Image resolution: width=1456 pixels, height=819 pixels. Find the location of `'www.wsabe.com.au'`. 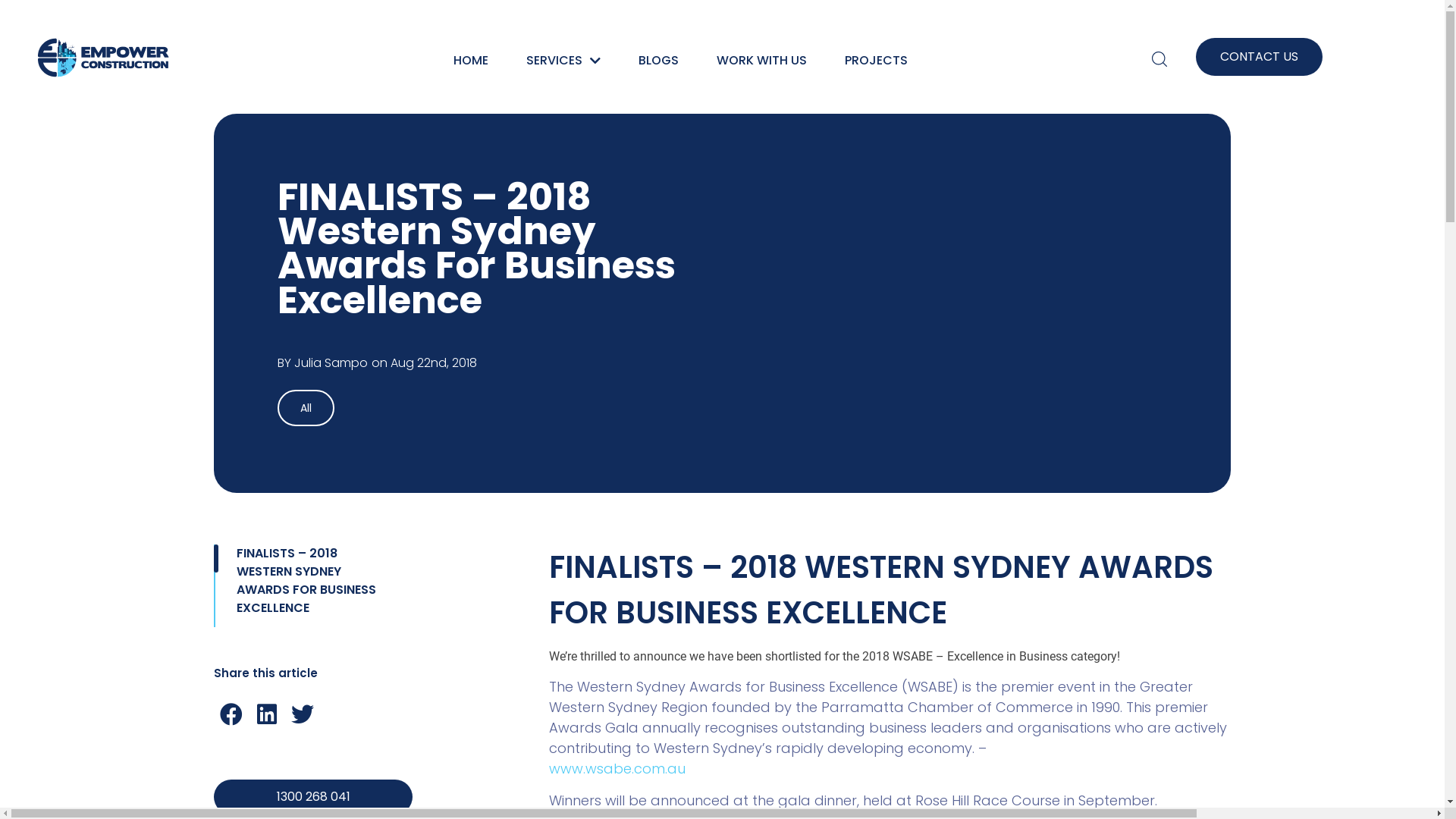

'www.wsabe.com.au' is located at coordinates (617, 768).